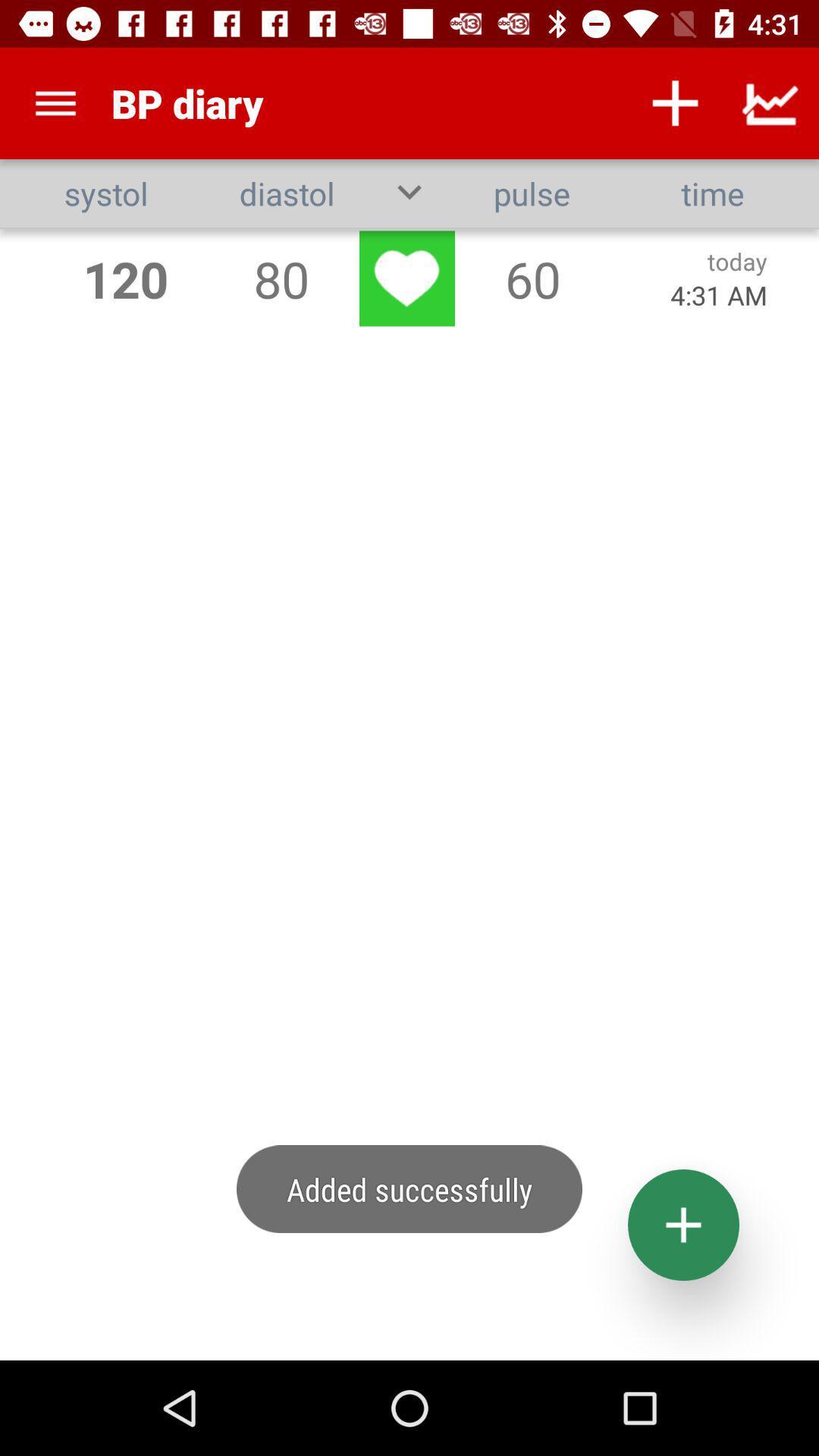 The height and width of the screenshot is (1456, 819). Describe the element at coordinates (55, 102) in the screenshot. I see `the app above too few records` at that location.